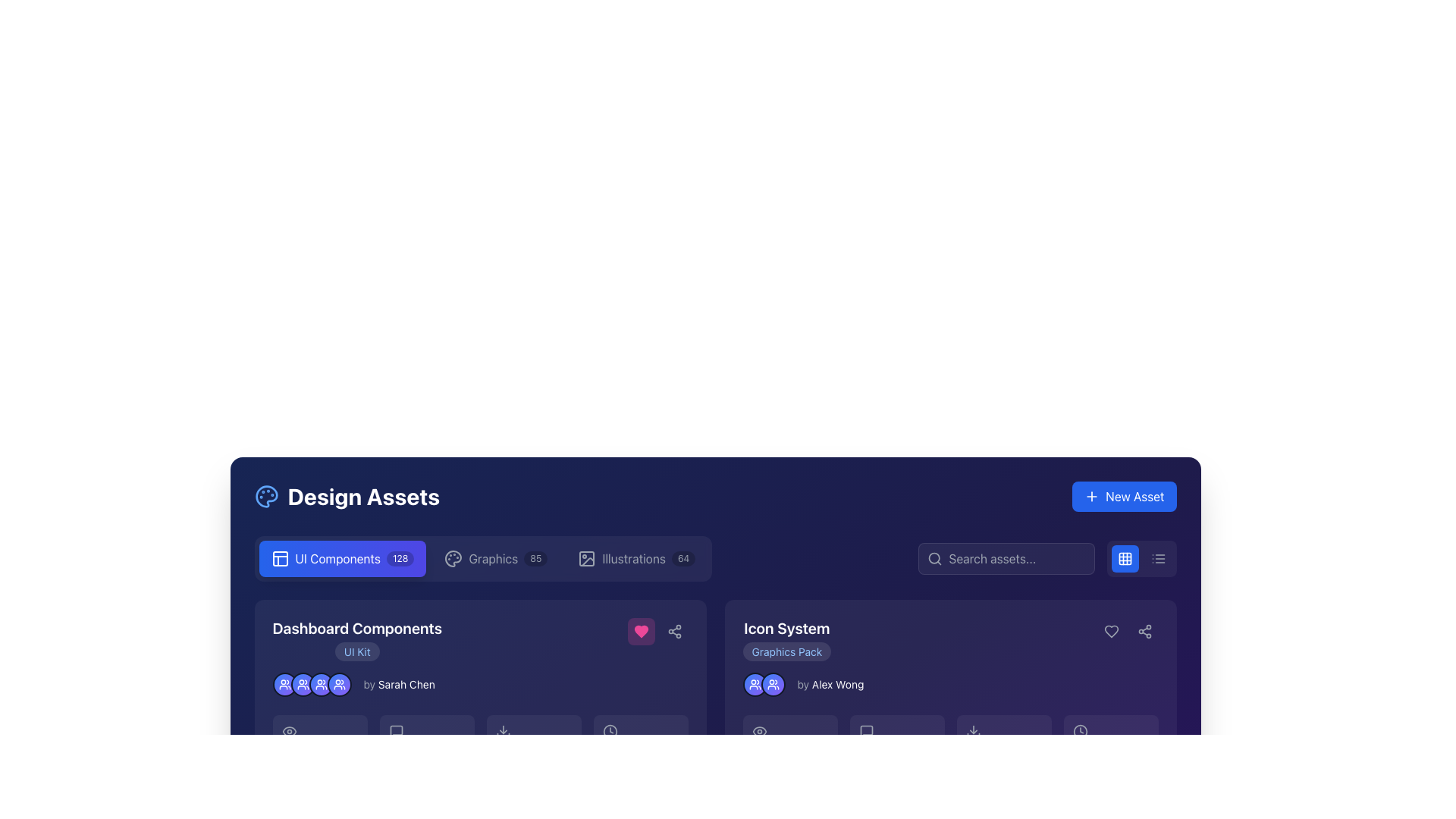 Image resolution: width=1456 pixels, height=819 pixels. What do you see at coordinates (280, 558) in the screenshot?
I see `the graphical subcomponent of the 'UI Components' icon located at the top-left corner of the interface` at bounding box center [280, 558].